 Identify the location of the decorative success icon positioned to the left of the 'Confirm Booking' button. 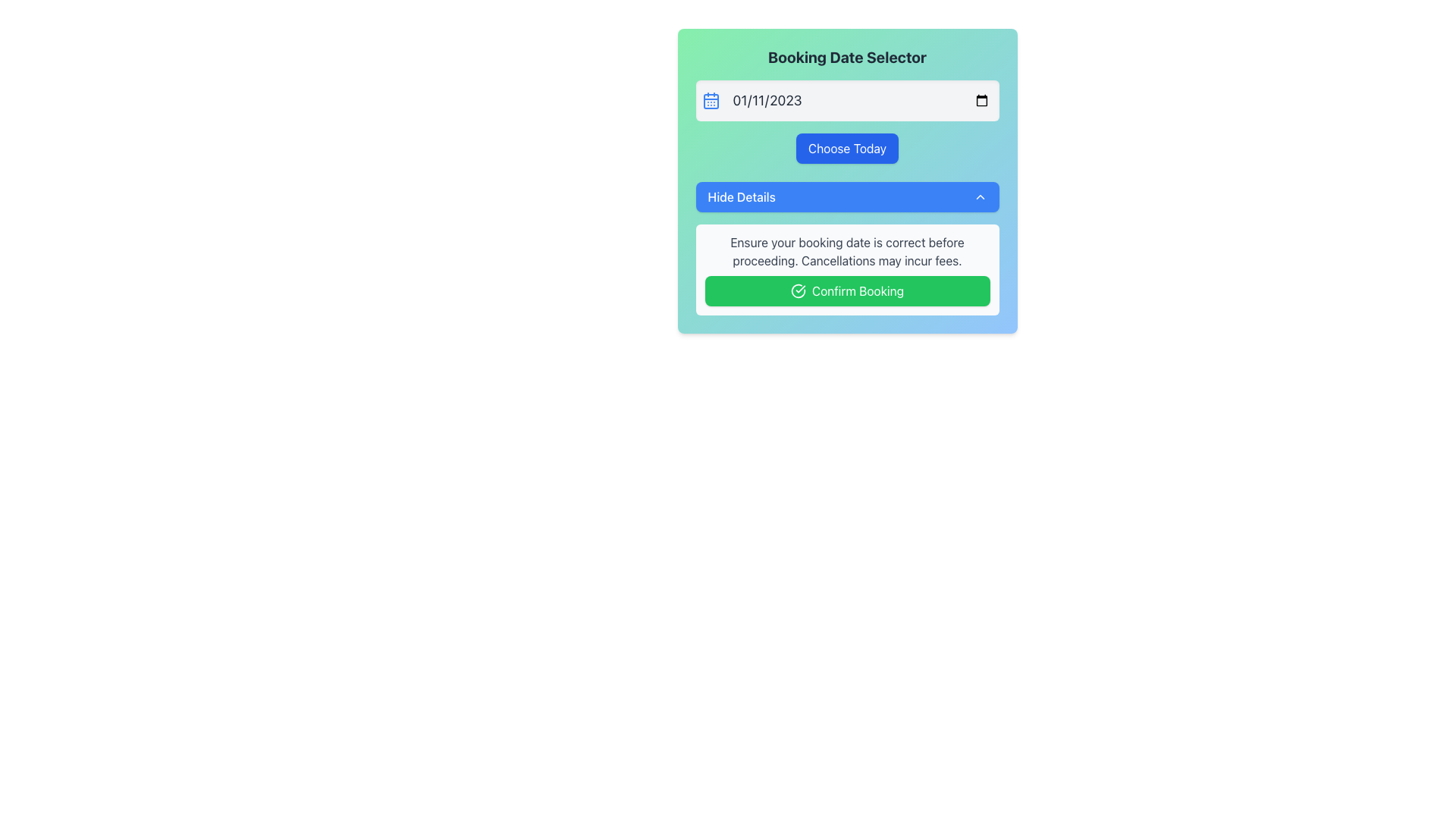
(797, 291).